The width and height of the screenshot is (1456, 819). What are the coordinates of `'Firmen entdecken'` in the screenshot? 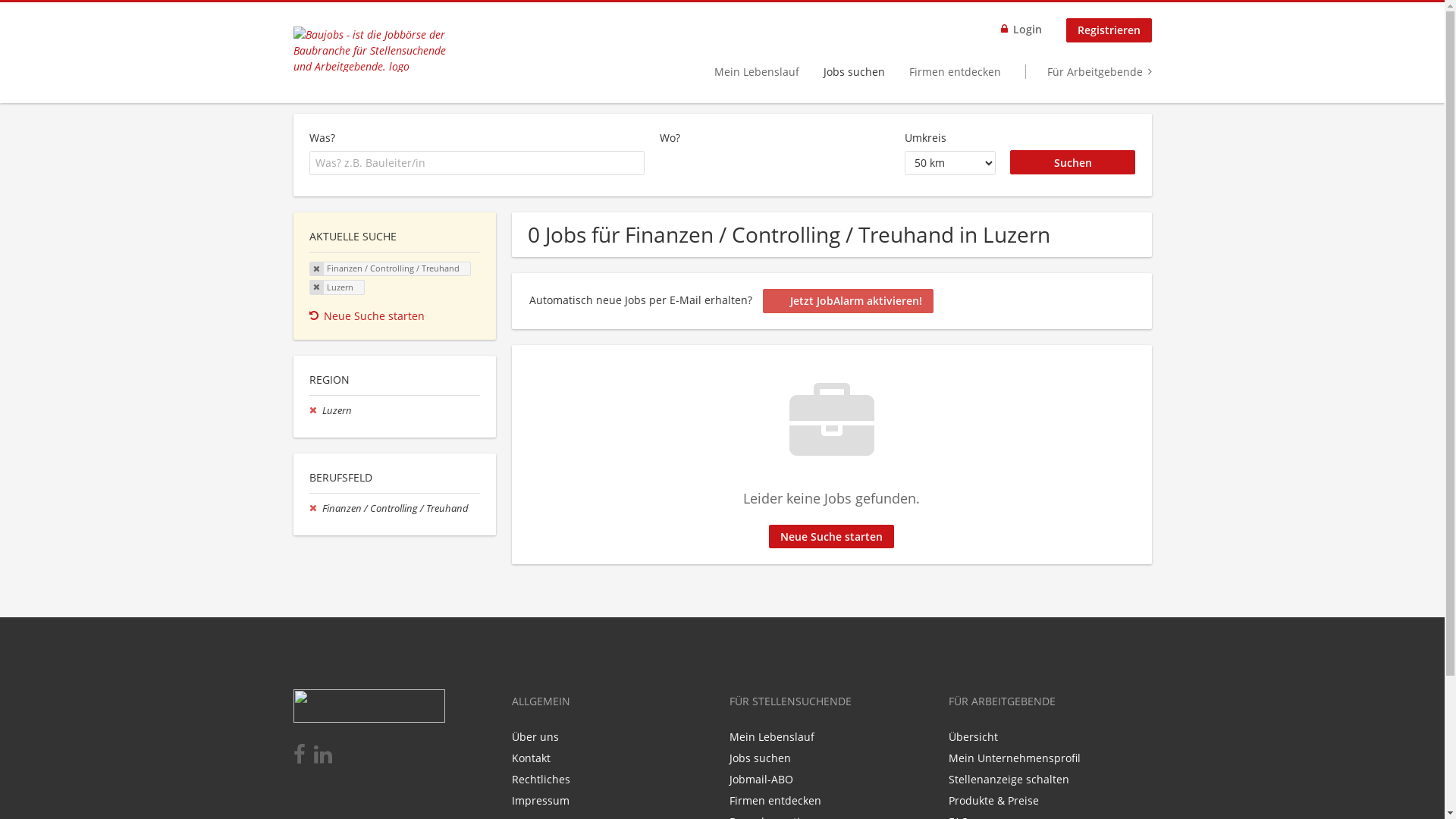 It's located at (908, 71).